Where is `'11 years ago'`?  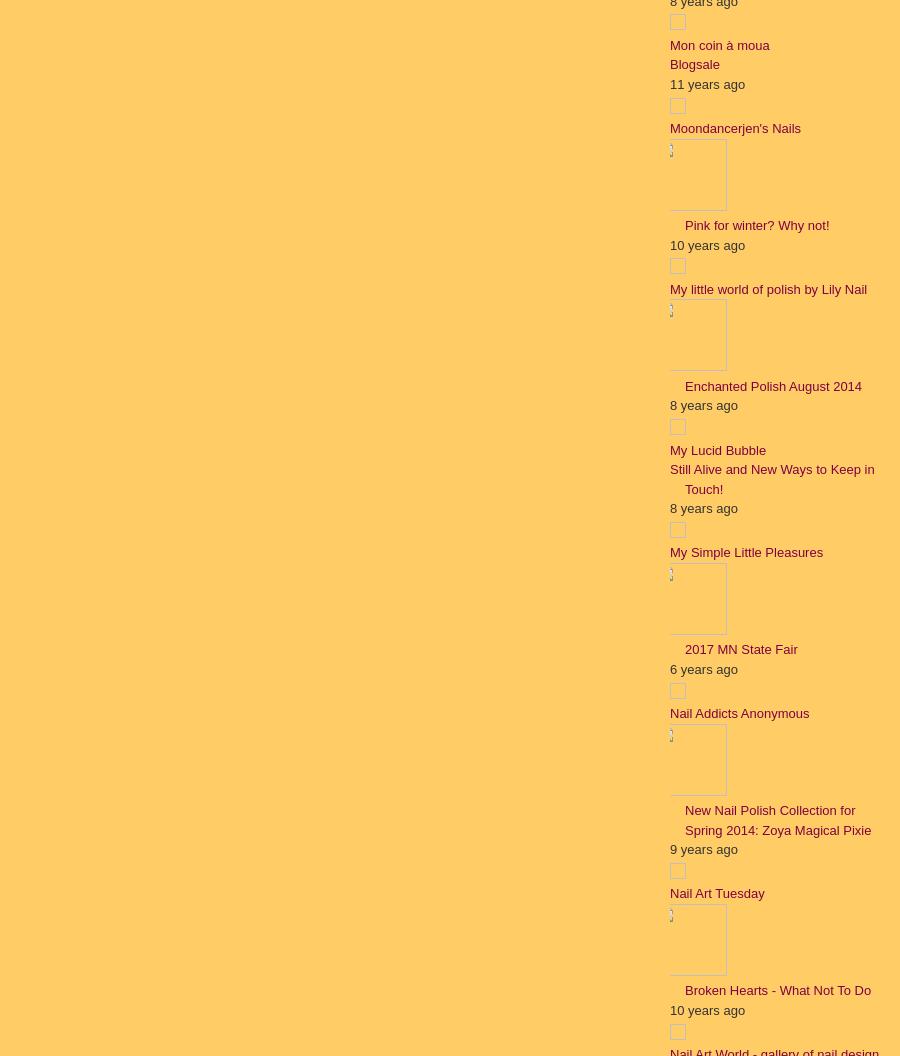
'11 years ago' is located at coordinates (706, 82).